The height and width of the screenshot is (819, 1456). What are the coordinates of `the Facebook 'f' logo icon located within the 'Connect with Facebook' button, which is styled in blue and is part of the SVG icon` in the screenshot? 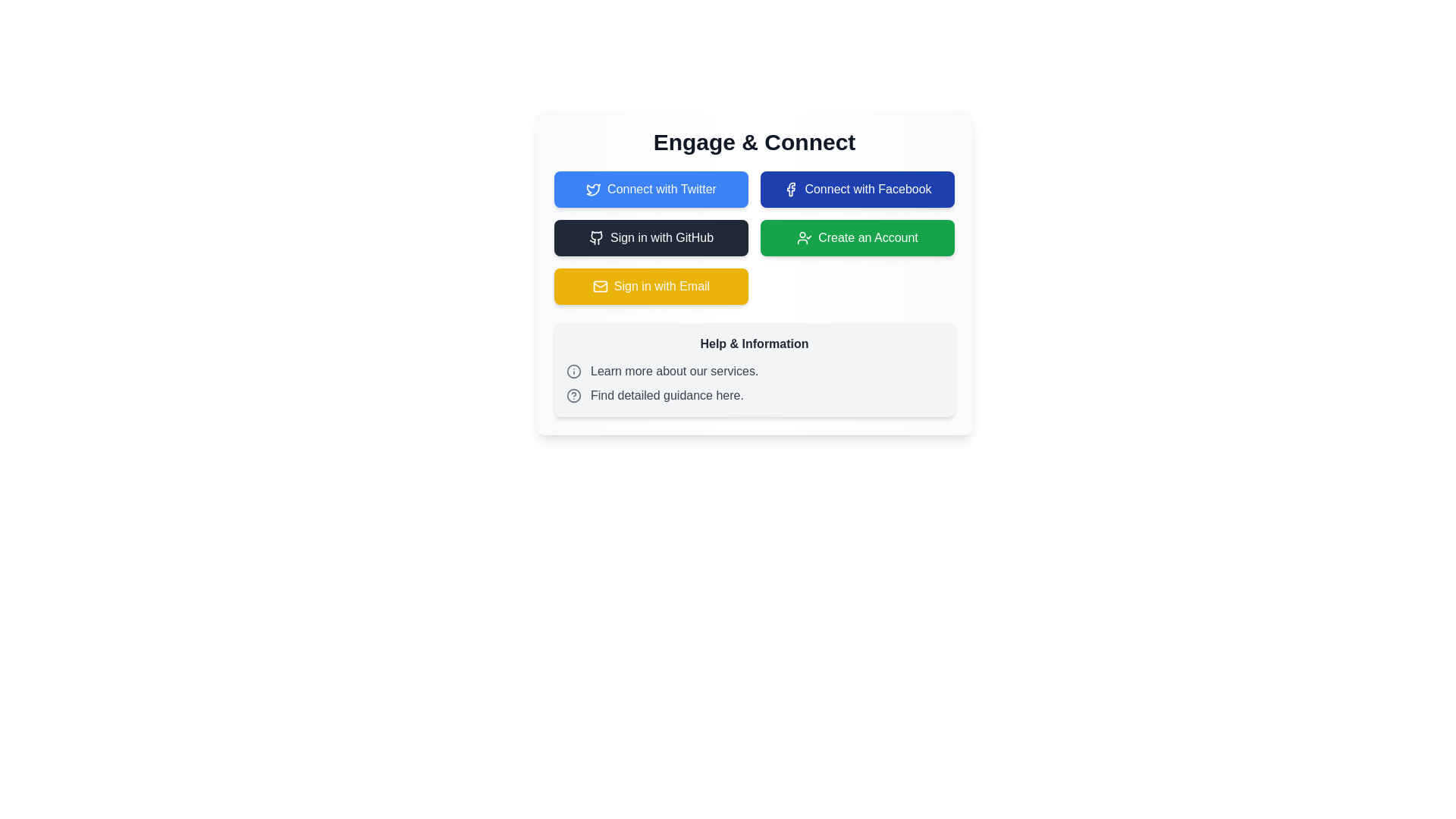 It's located at (790, 189).